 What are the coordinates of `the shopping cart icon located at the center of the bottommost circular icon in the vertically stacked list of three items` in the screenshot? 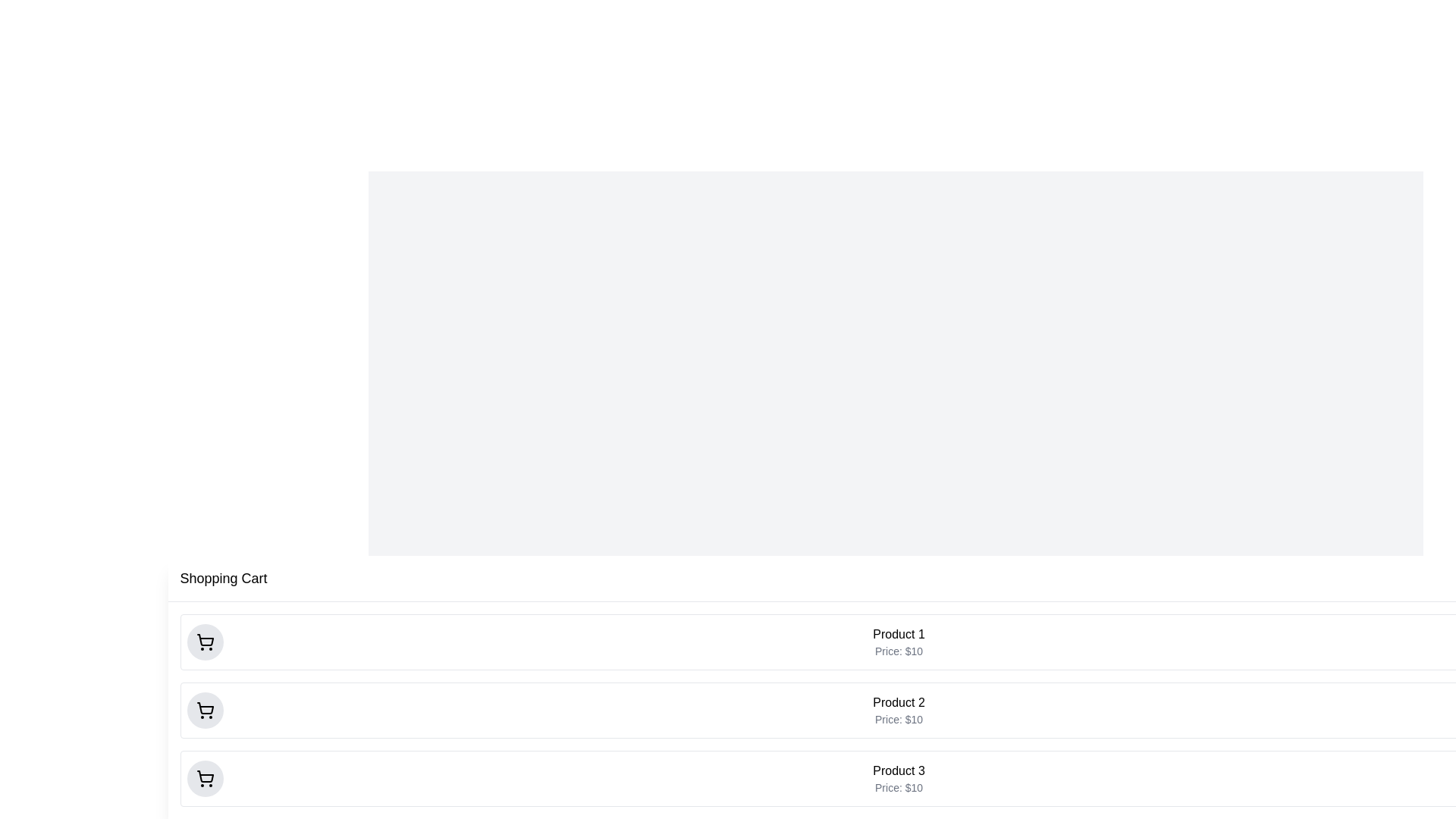 It's located at (204, 778).